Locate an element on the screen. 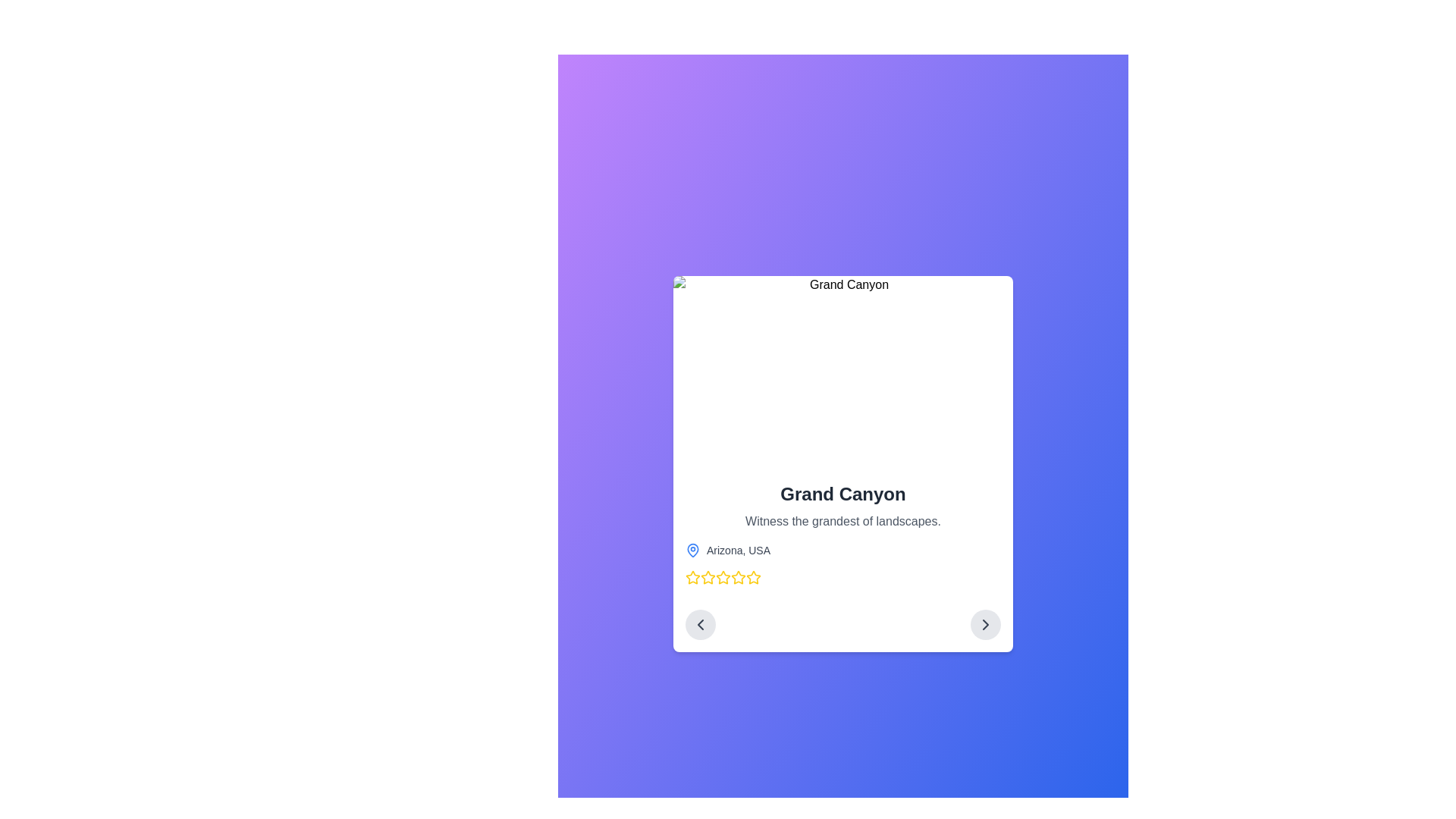 The height and width of the screenshot is (819, 1456). the blue outlined map pin icon located in the mid-lower section of the card, to the left of the text 'Arizona, USA' is located at coordinates (692, 550).